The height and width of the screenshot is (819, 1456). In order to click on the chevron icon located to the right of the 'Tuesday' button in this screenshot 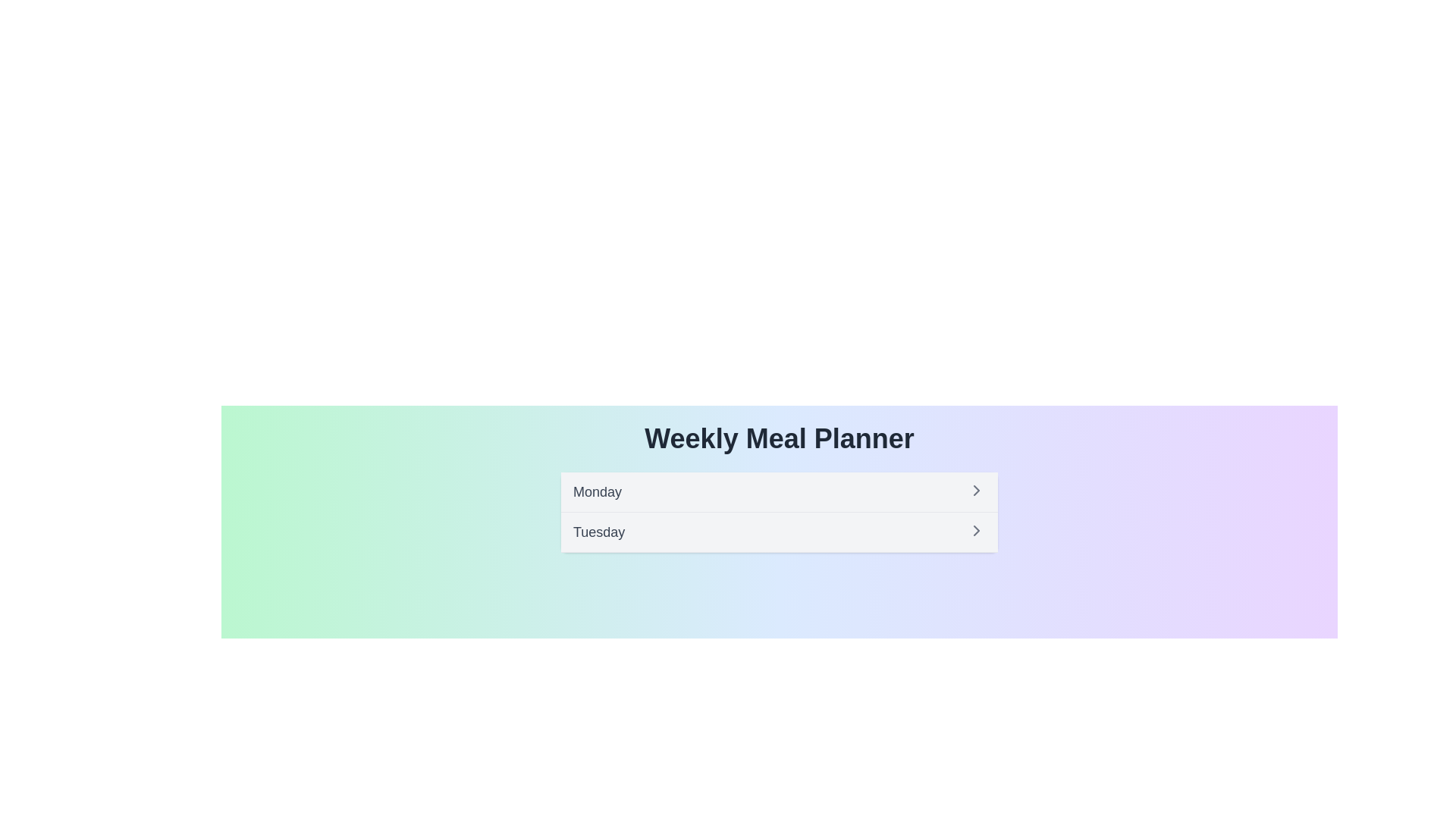, I will do `click(976, 529)`.